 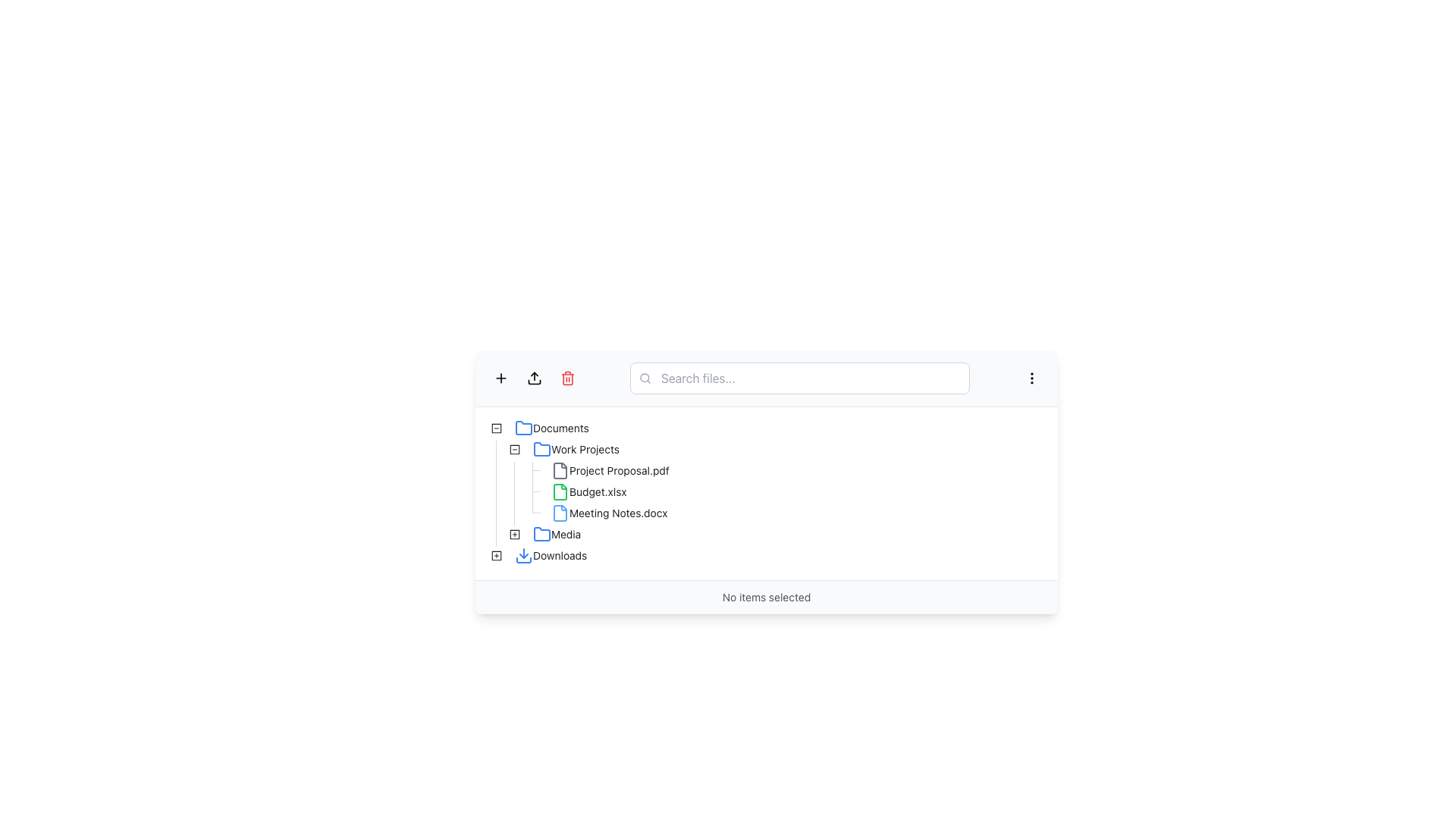 I want to click on the 'Add' or 'Create New' button located at the top left of the interface, so click(x=501, y=377).